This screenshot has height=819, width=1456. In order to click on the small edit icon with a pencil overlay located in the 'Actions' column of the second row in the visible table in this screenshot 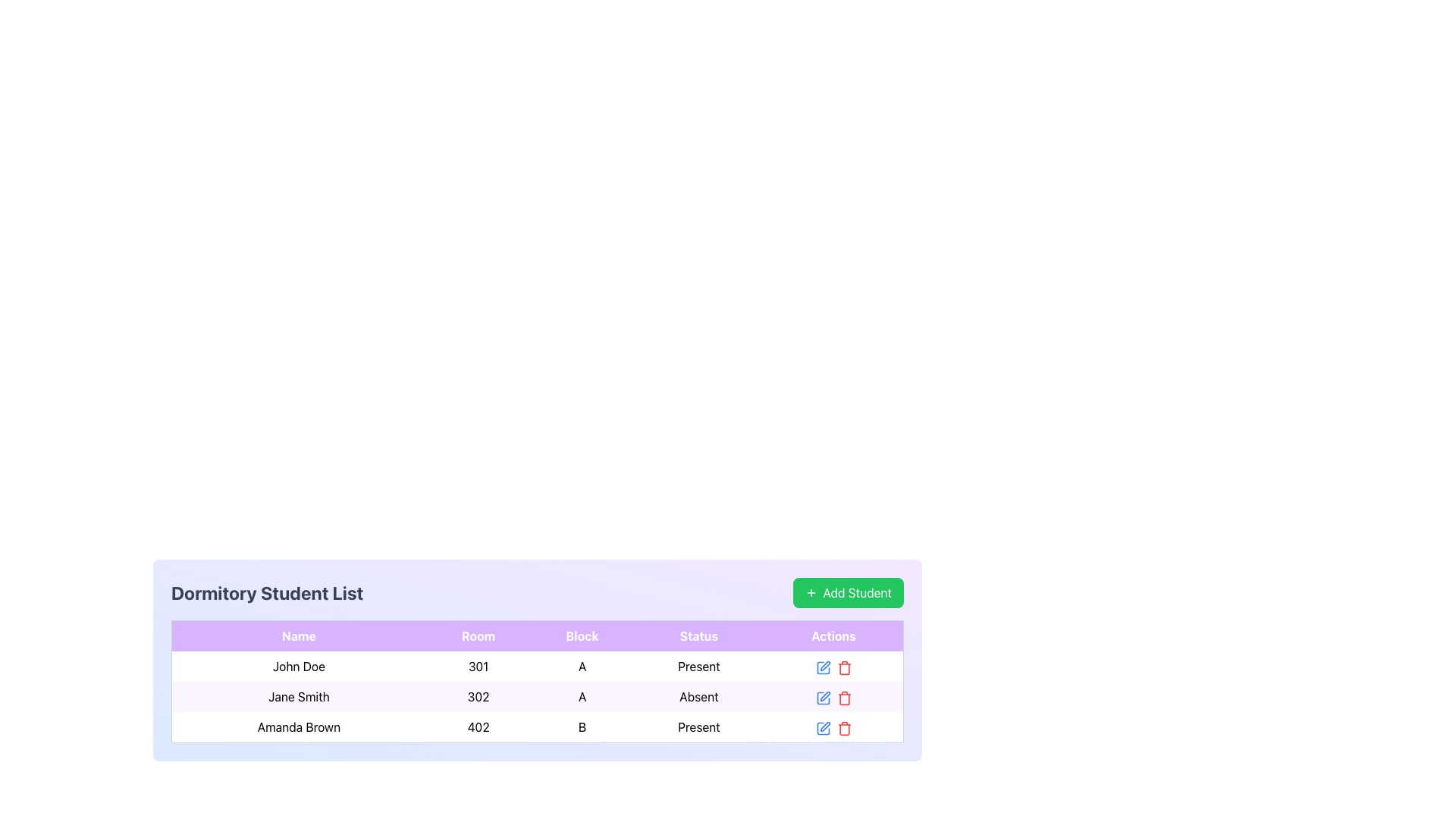, I will do `click(822, 698)`.